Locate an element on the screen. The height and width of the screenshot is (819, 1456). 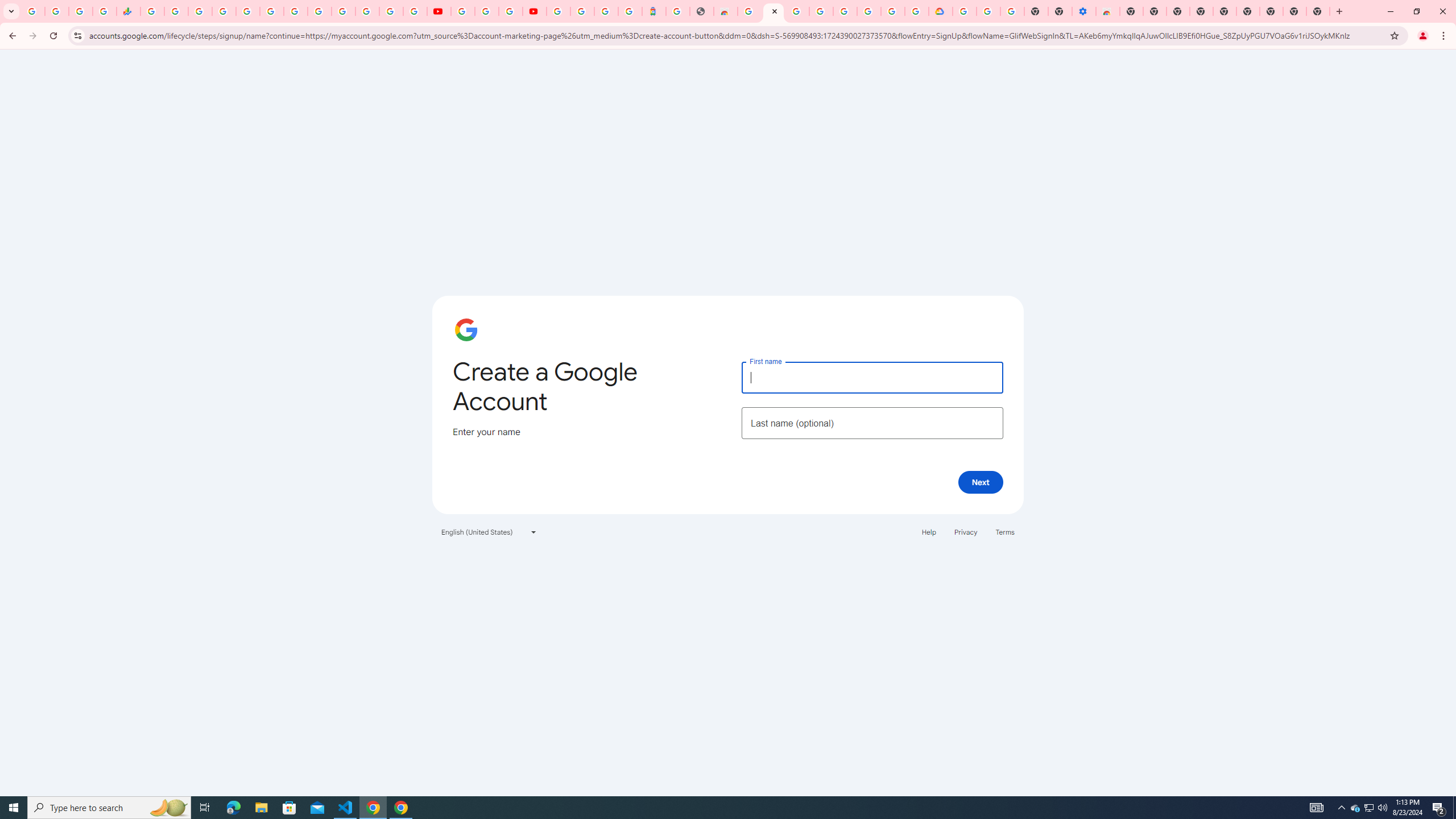
'Settings - Accessibility' is located at coordinates (1083, 11).